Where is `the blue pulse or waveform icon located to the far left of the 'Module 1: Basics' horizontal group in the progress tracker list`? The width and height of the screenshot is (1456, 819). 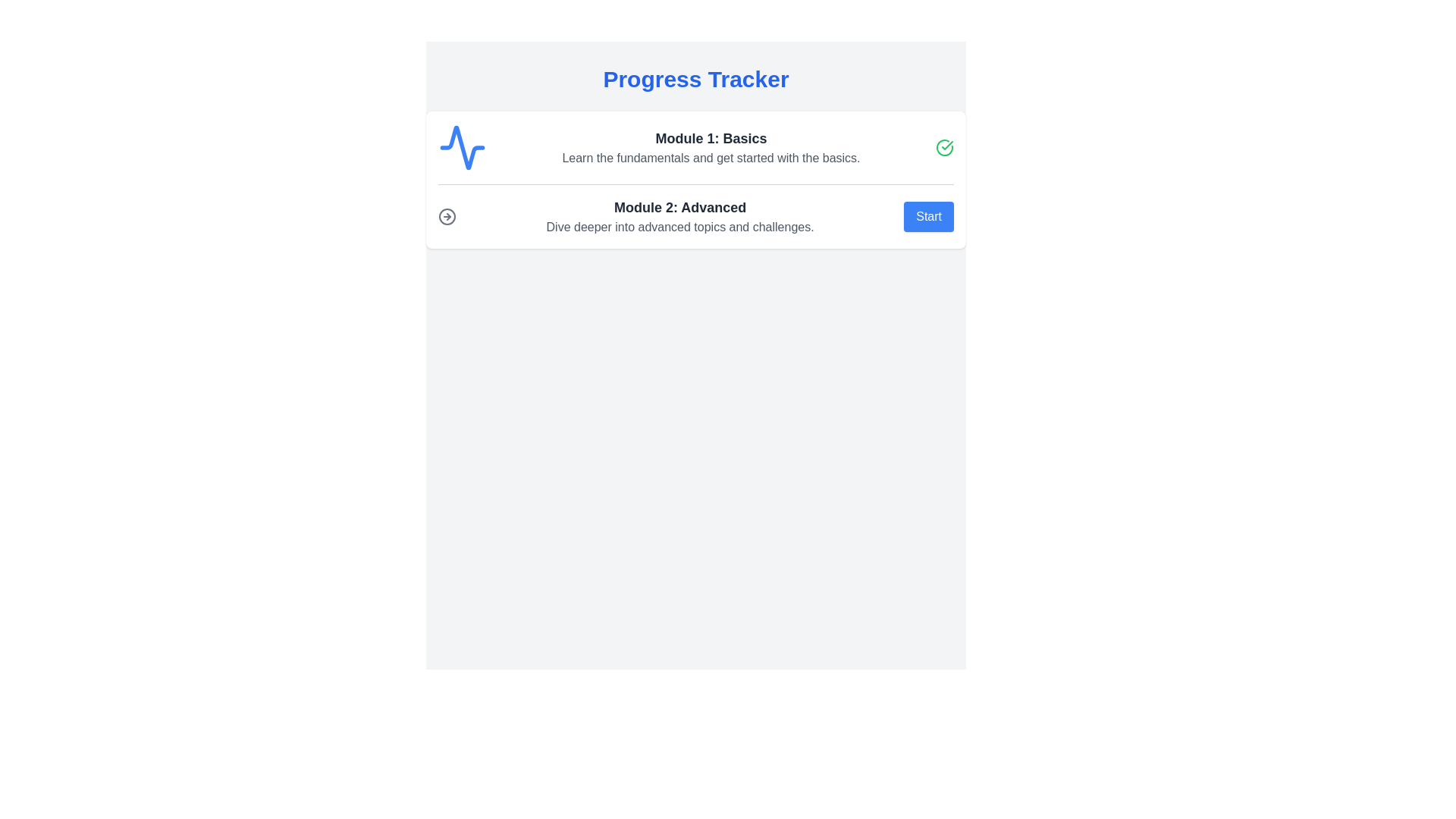
the blue pulse or waveform icon located to the far left of the 'Module 1: Basics' horizontal group in the progress tracker list is located at coordinates (461, 148).